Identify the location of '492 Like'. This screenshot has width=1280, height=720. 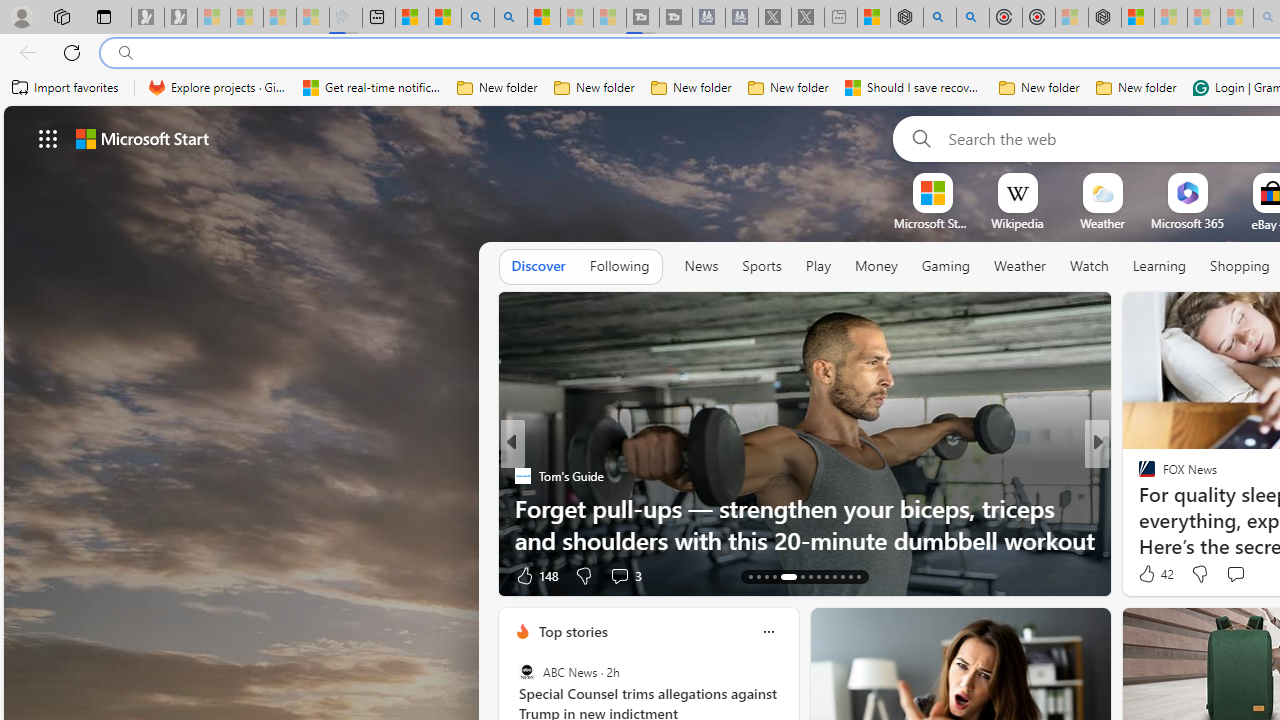
(1152, 575).